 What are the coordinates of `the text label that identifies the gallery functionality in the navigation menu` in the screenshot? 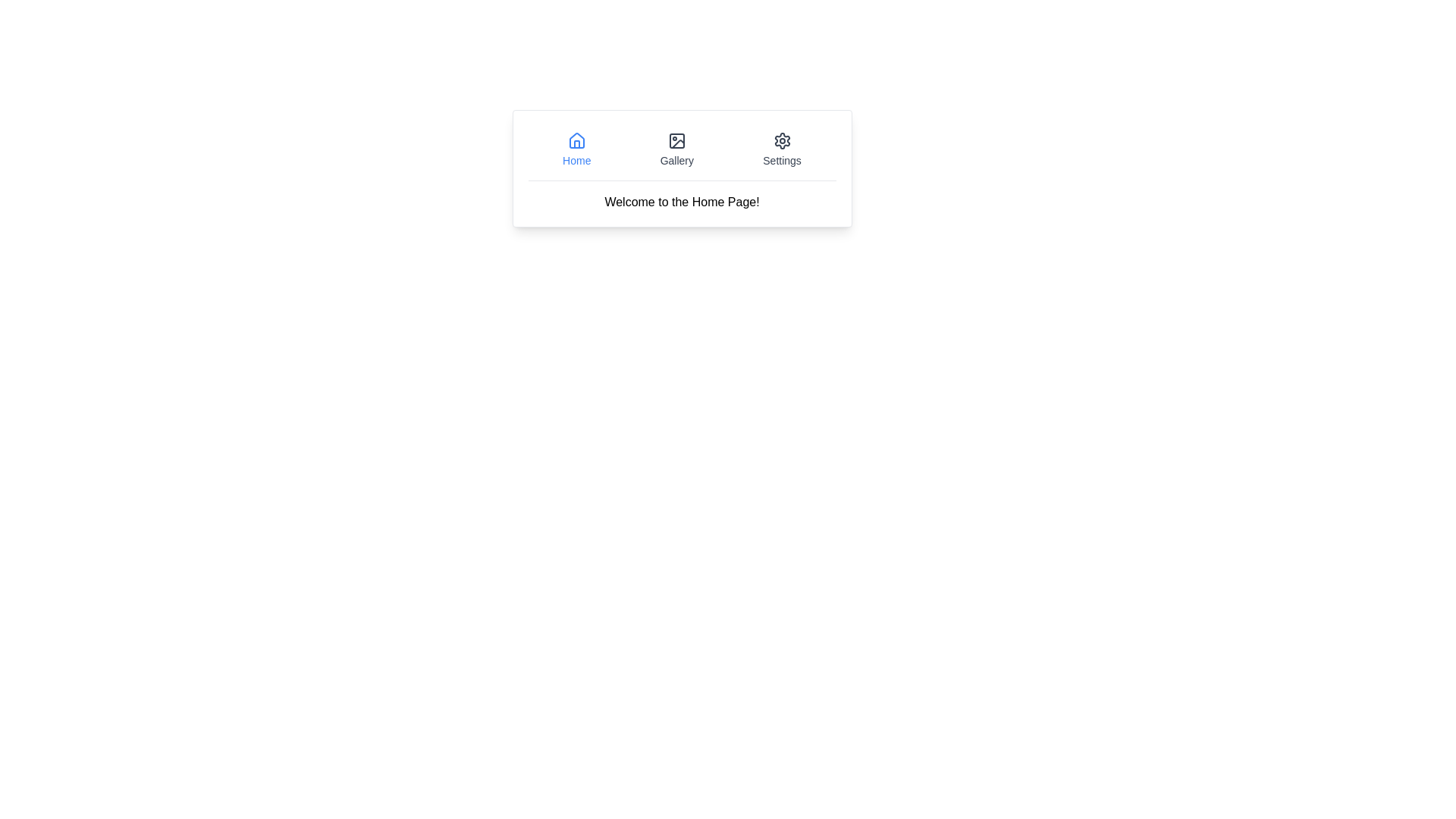 It's located at (676, 161).